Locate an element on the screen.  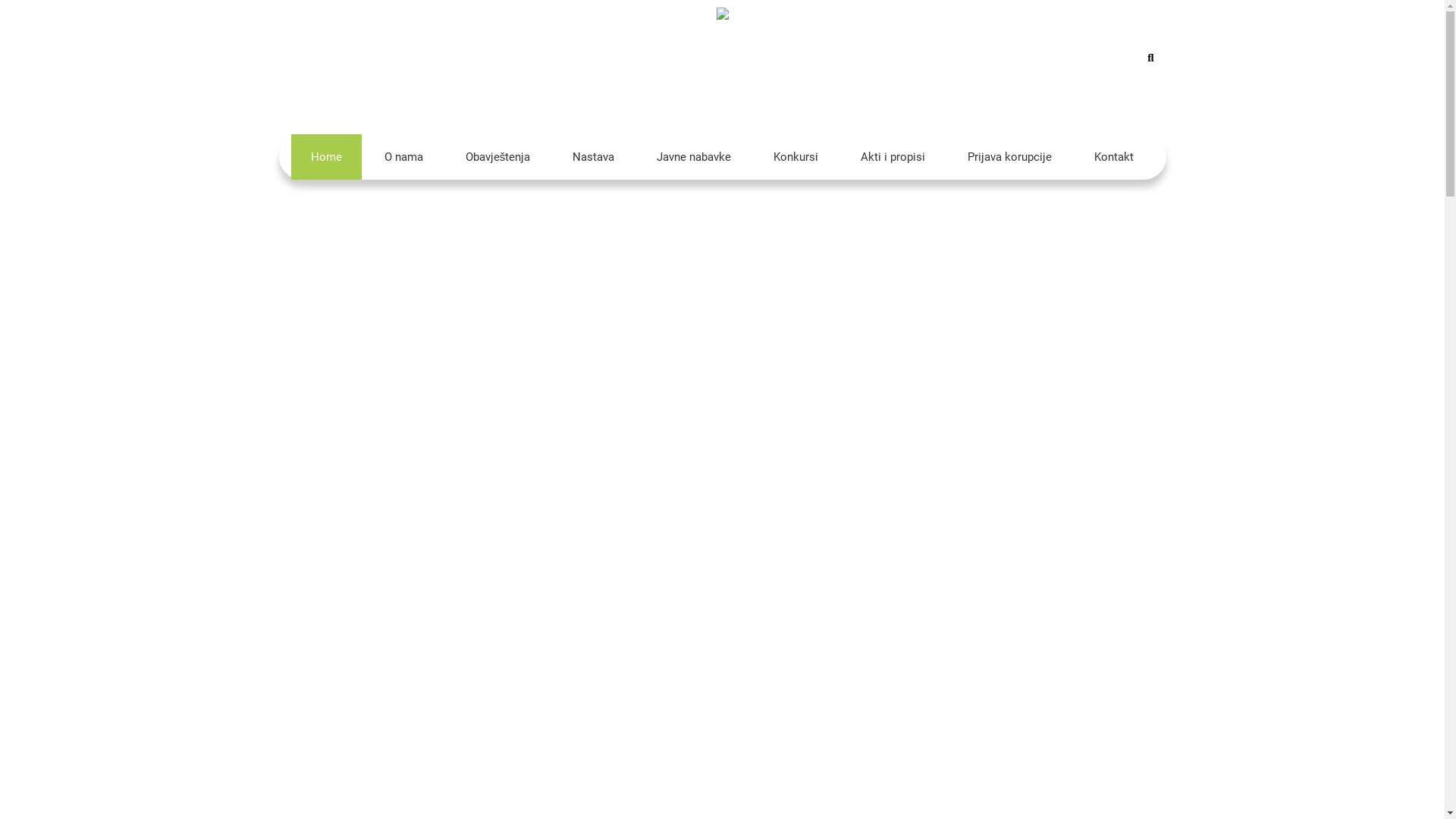
'O nama' is located at coordinates (403, 157).